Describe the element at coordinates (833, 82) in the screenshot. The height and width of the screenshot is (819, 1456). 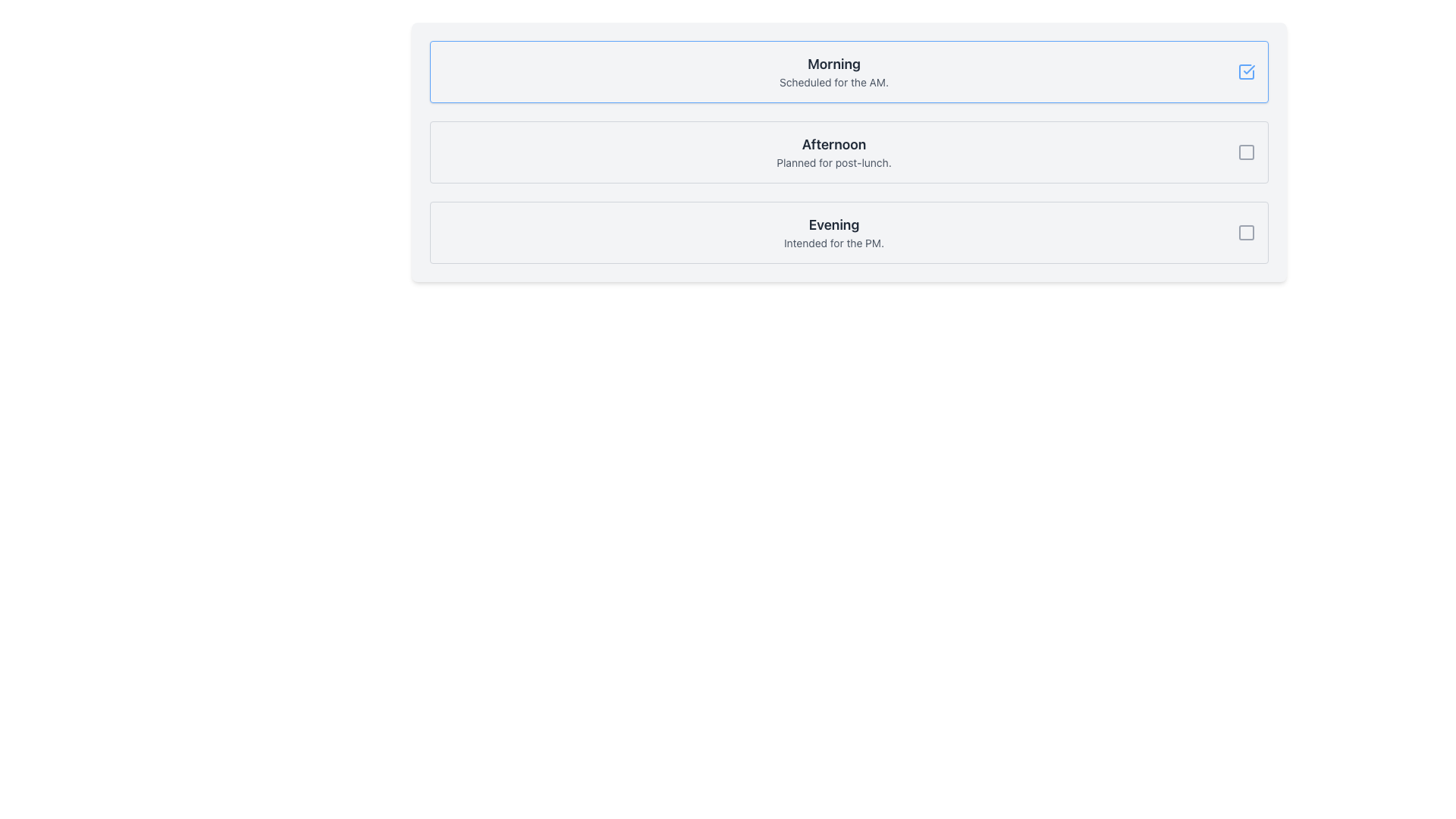
I see `the static text label 'Scheduled for the AM.' which is styled in a small gray font and located directly below the larger label 'Morning'` at that location.